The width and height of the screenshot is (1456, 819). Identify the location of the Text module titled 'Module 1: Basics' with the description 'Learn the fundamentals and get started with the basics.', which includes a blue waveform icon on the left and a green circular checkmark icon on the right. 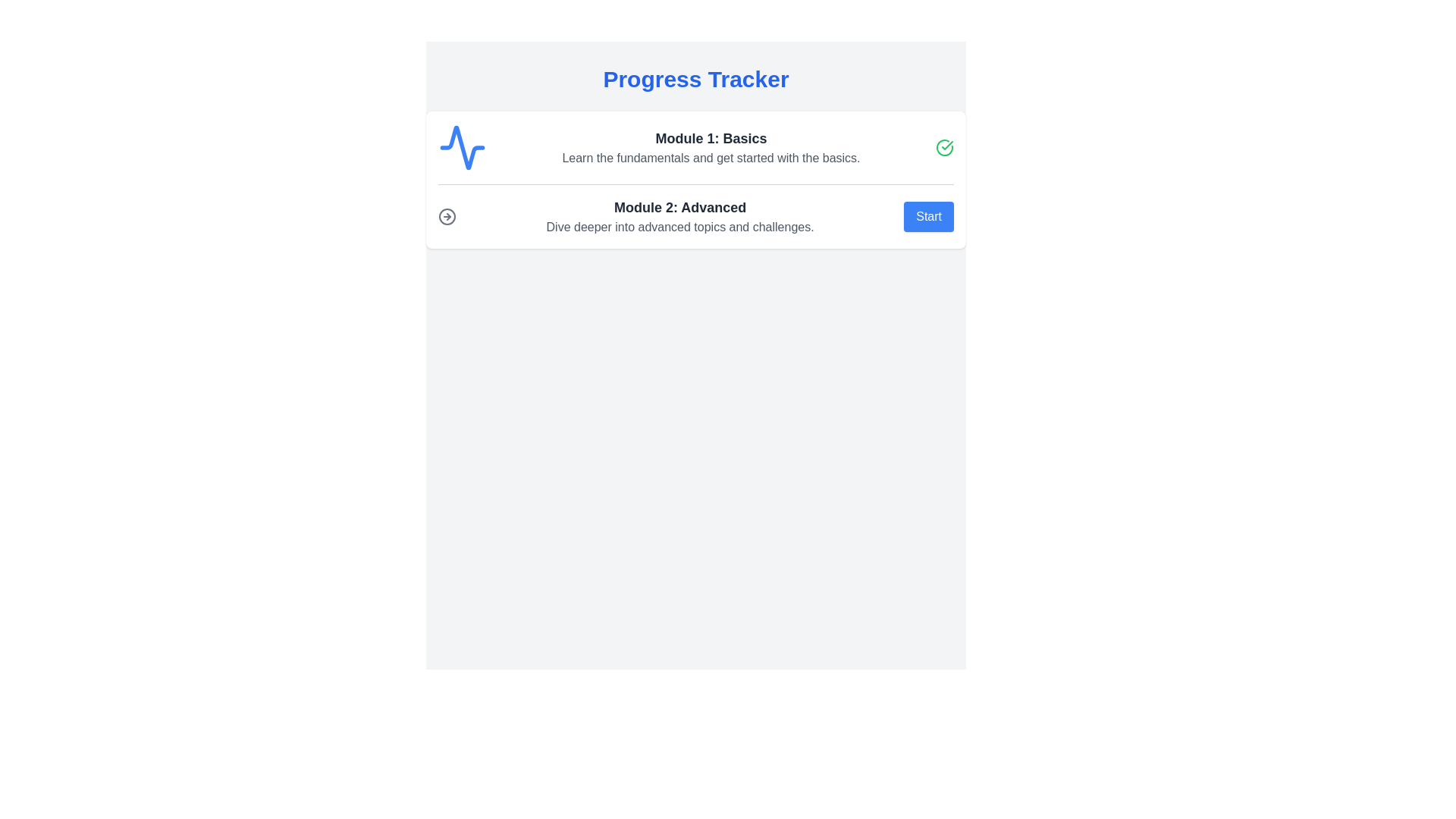
(695, 148).